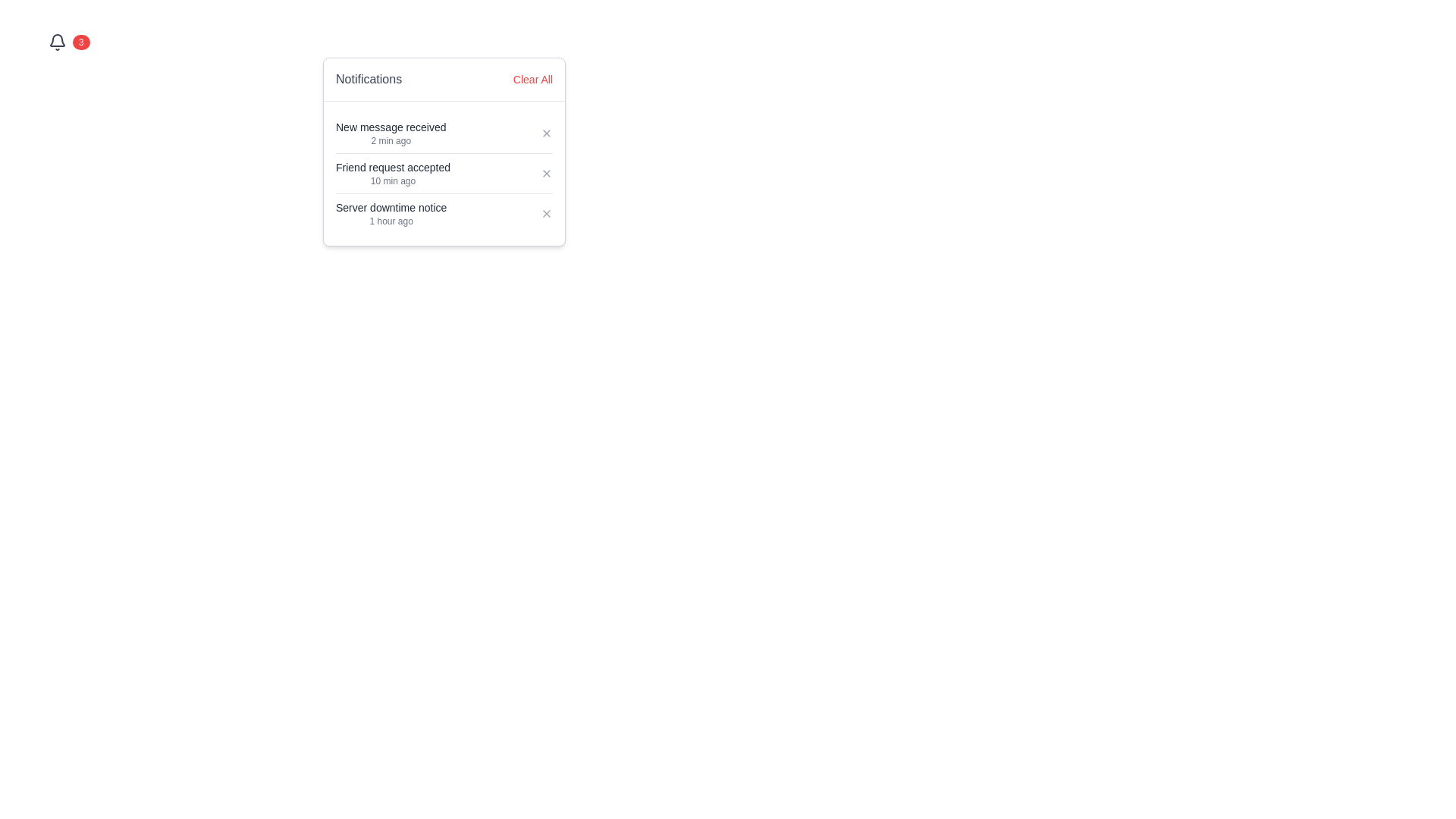  What do you see at coordinates (391, 221) in the screenshot?
I see `the Text Label that contains the text '1 hour ago', located at the bottom-right section of the notification panel under the title 'Server downtime notice'` at bounding box center [391, 221].